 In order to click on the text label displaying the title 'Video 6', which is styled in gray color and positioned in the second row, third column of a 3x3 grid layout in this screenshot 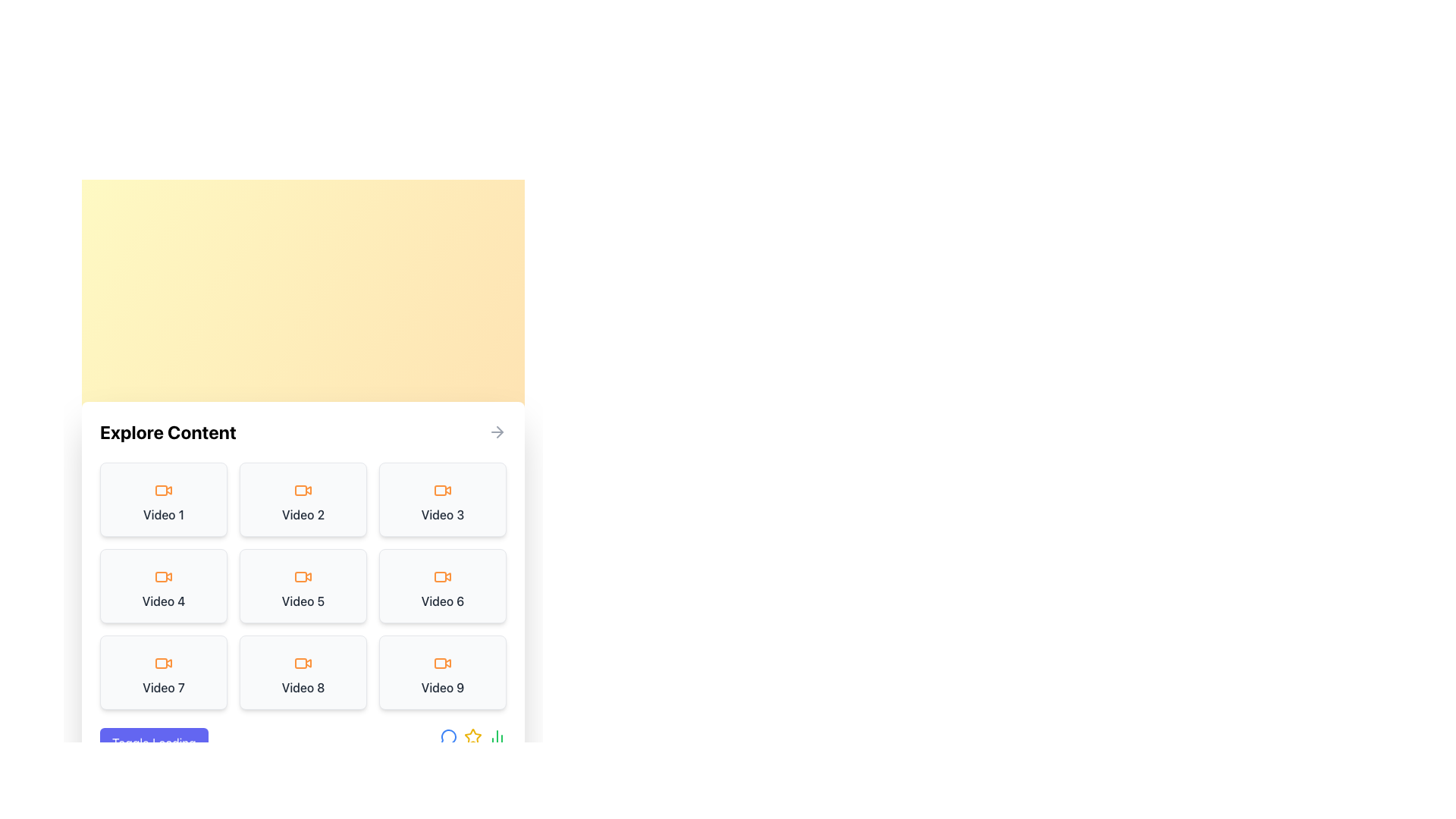, I will do `click(442, 601)`.